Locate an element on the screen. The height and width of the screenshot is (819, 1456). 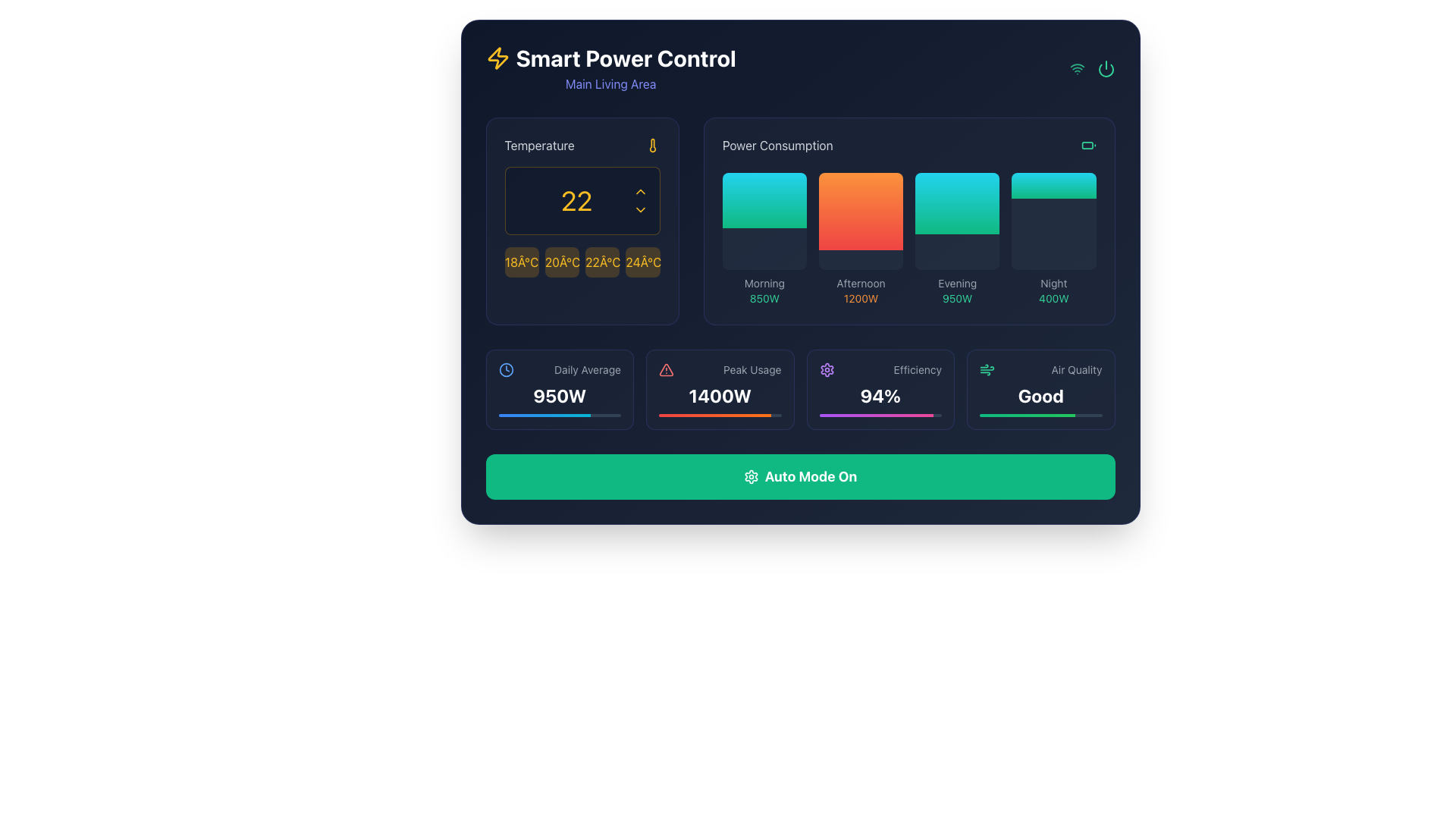
the text label displaying 'Morning', which is a small, gray-colored font located beneath the graphical card in the 'Power Consumption' section is located at coordinates (764, 284).